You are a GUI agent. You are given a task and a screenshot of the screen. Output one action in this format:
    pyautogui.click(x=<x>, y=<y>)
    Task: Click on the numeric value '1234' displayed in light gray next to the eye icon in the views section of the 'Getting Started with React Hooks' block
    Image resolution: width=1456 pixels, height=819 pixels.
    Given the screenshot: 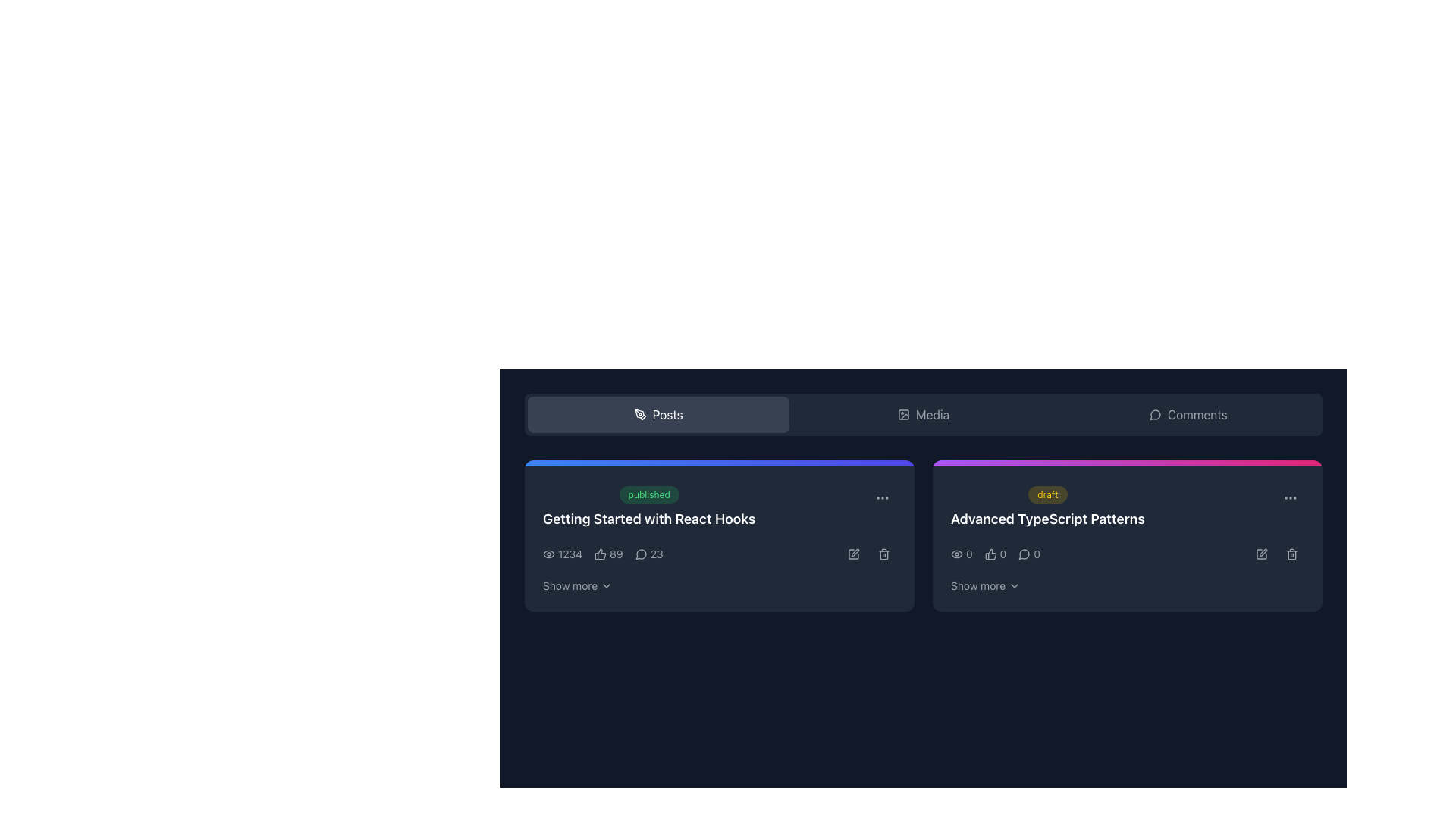 What is the action you would take?
    pyautogui.click(x=562, y=554)
    